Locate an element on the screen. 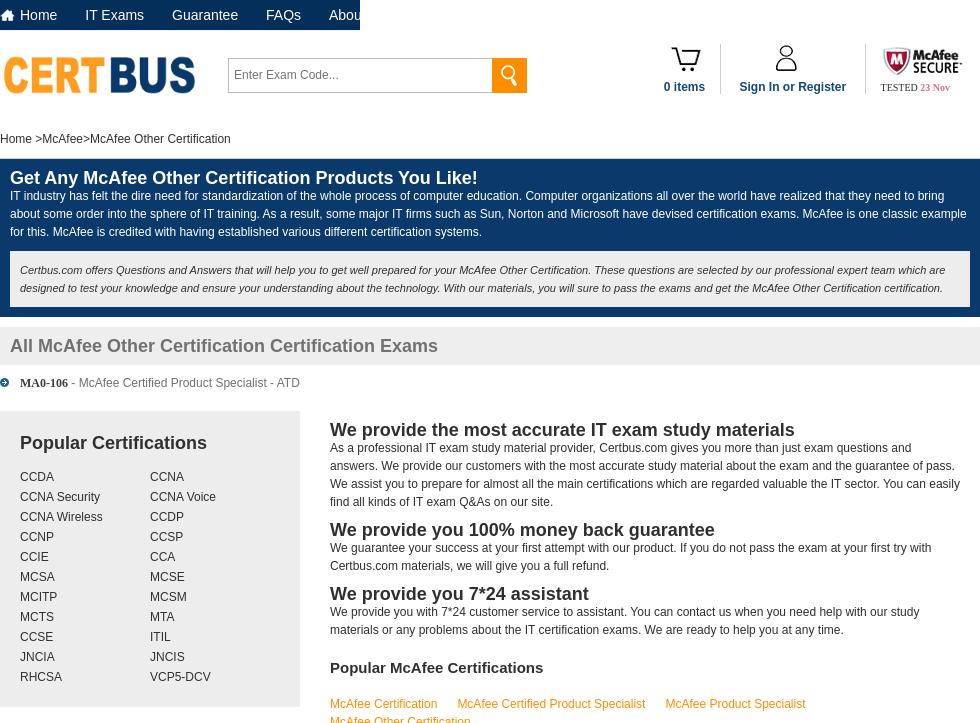 The height and width of the screenshot is (723, 980). 'Contact Us' is located at coordinates (448, 14).